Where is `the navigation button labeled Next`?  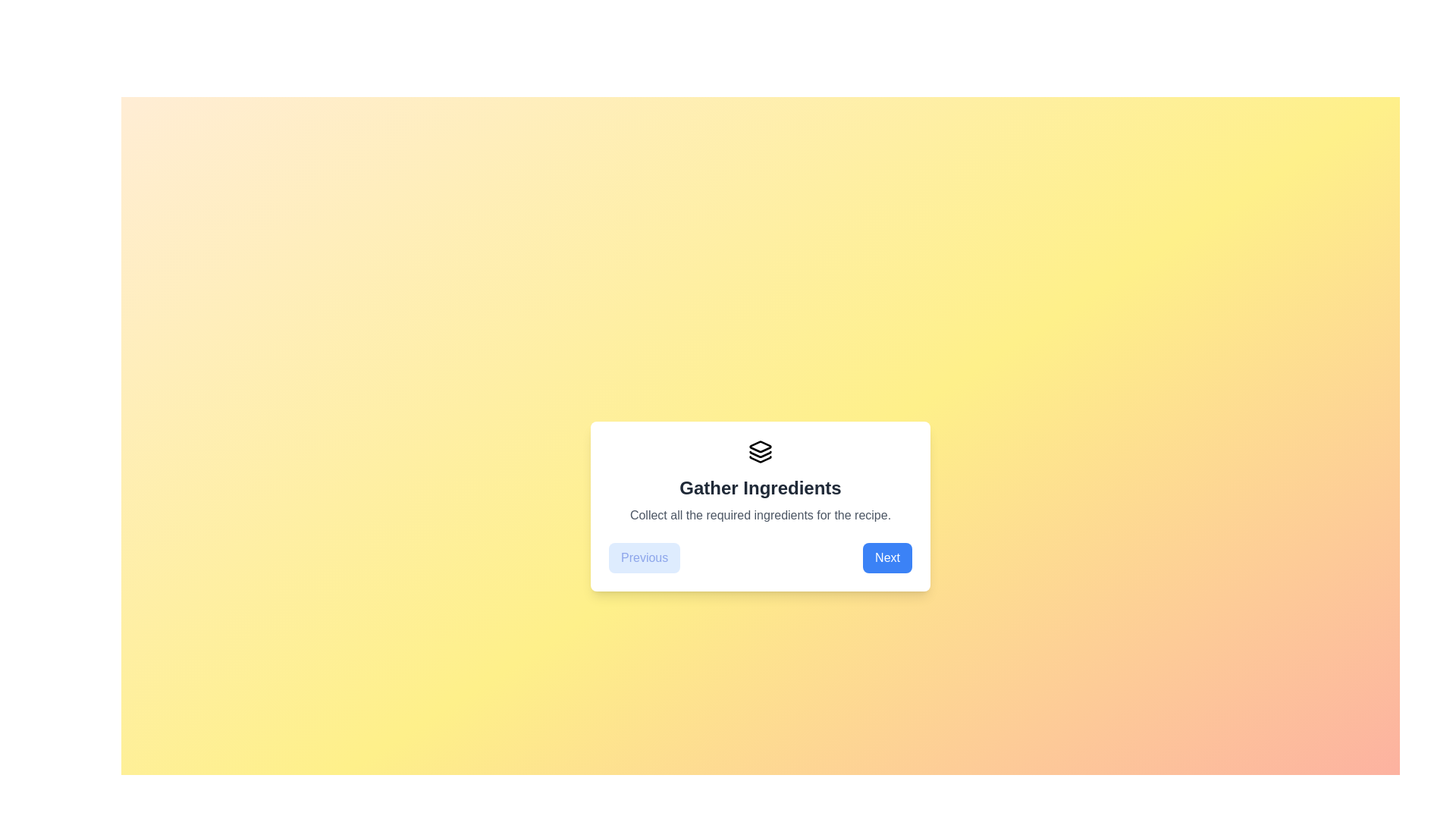
the navigation button labeled Next is located at coordinates (887, 558).